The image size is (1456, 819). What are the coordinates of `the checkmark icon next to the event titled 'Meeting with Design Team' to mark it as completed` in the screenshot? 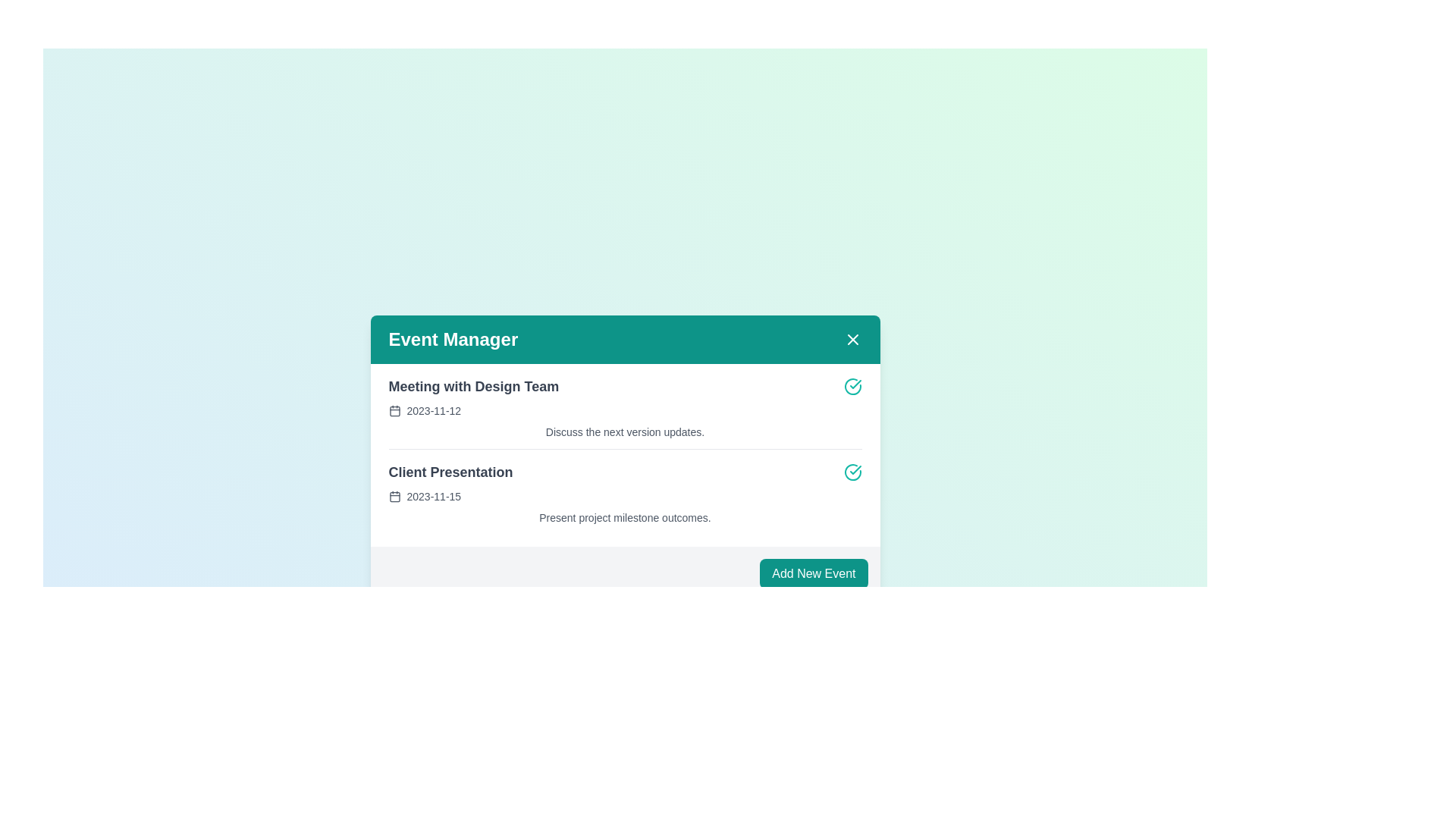 It's located at (852, 385).